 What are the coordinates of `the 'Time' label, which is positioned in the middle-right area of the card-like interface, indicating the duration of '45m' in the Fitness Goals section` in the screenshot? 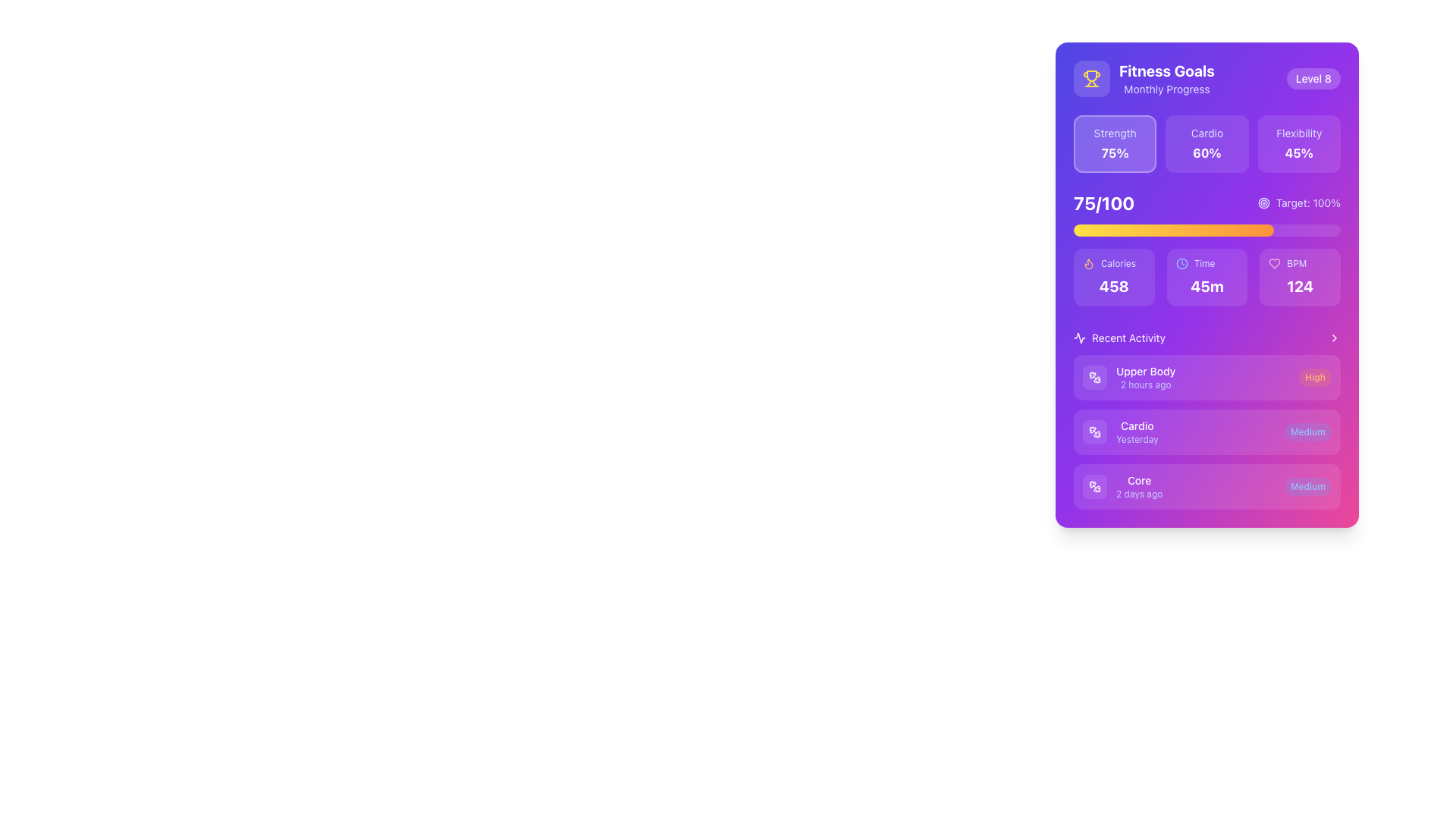 It's located at (1207, 262).